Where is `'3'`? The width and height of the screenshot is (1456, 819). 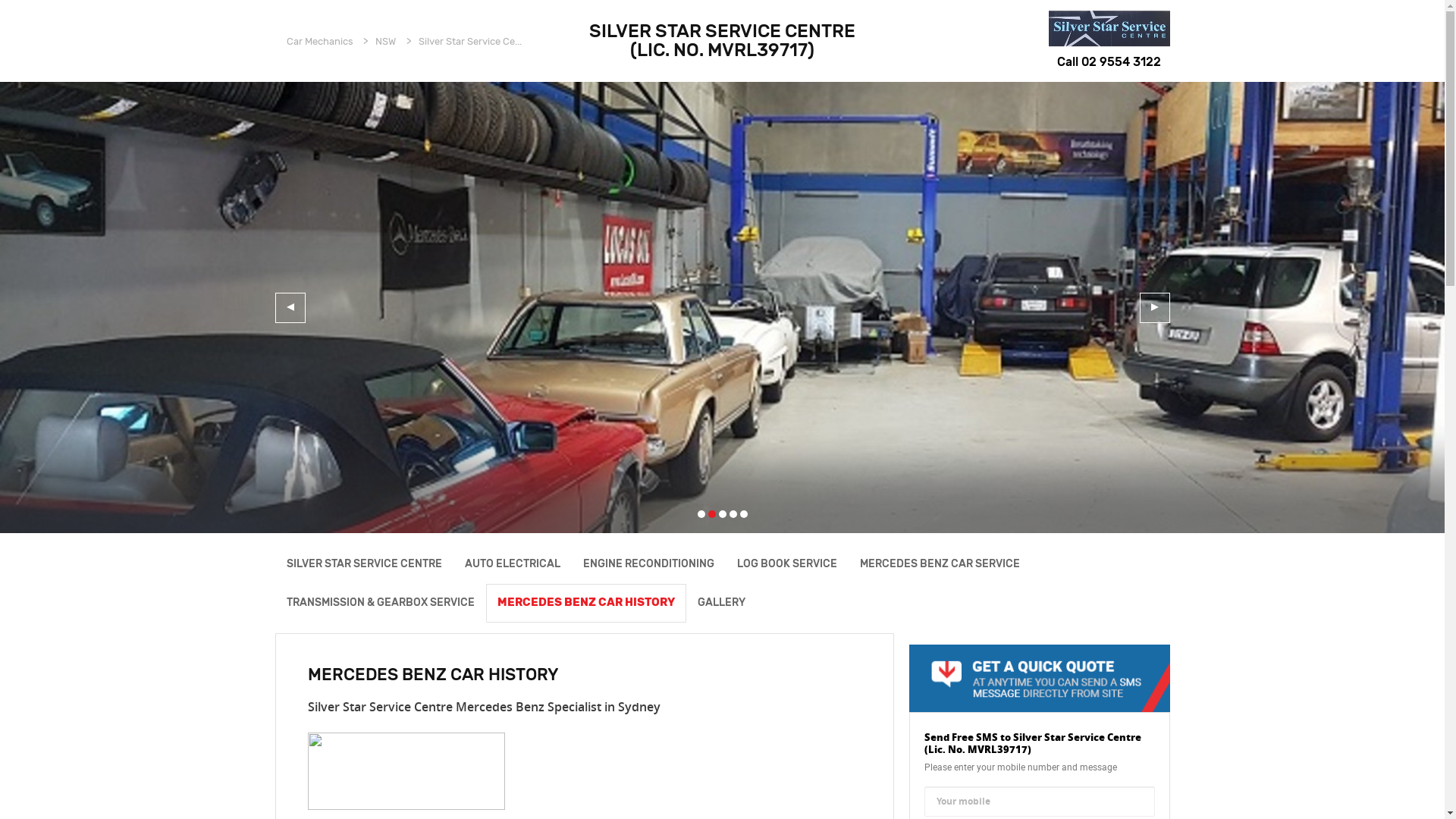 '3' is located at coordinates (722, 513).